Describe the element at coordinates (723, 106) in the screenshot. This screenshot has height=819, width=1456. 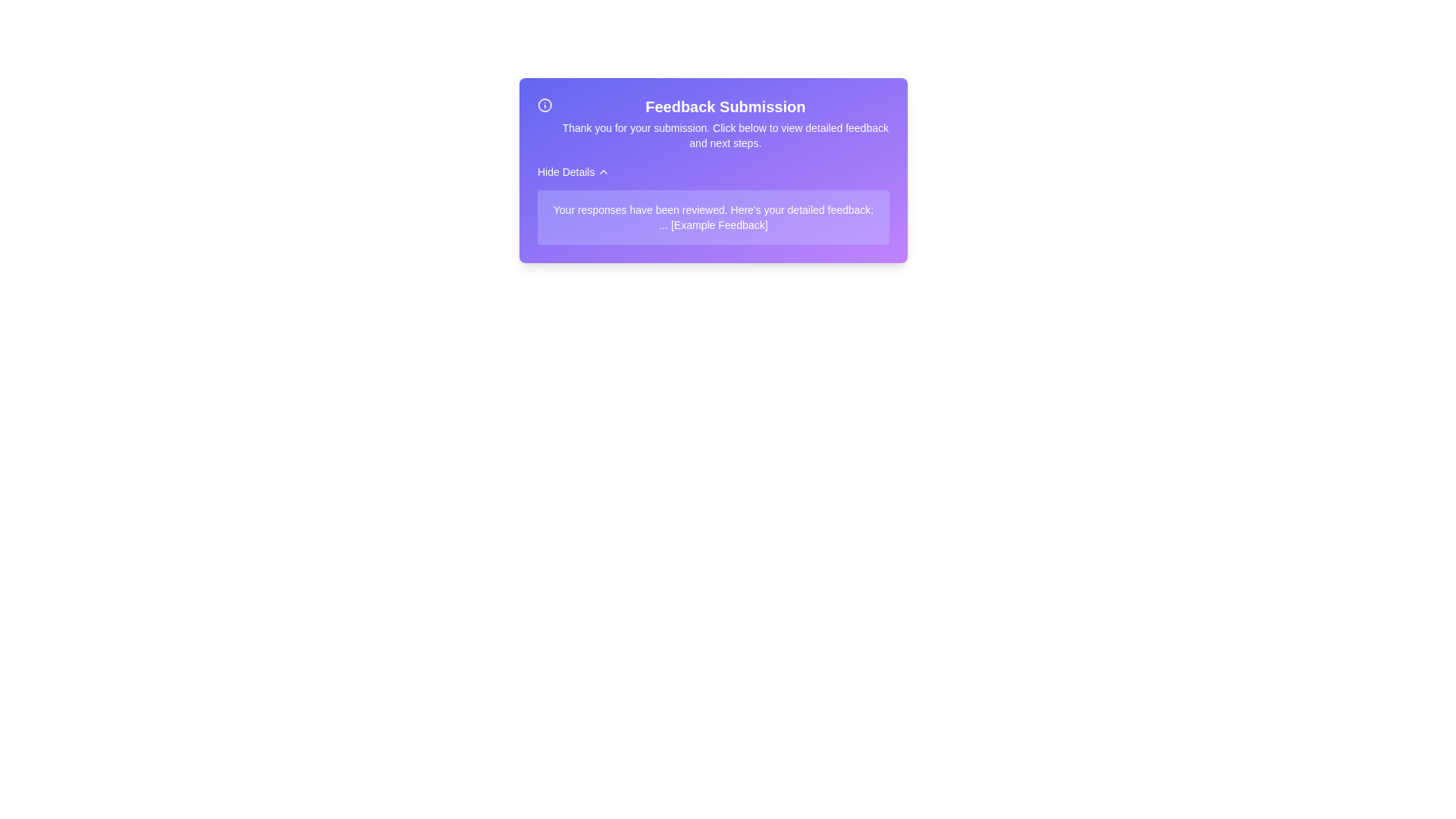
I see `the feedback title to interact with it` at that location.